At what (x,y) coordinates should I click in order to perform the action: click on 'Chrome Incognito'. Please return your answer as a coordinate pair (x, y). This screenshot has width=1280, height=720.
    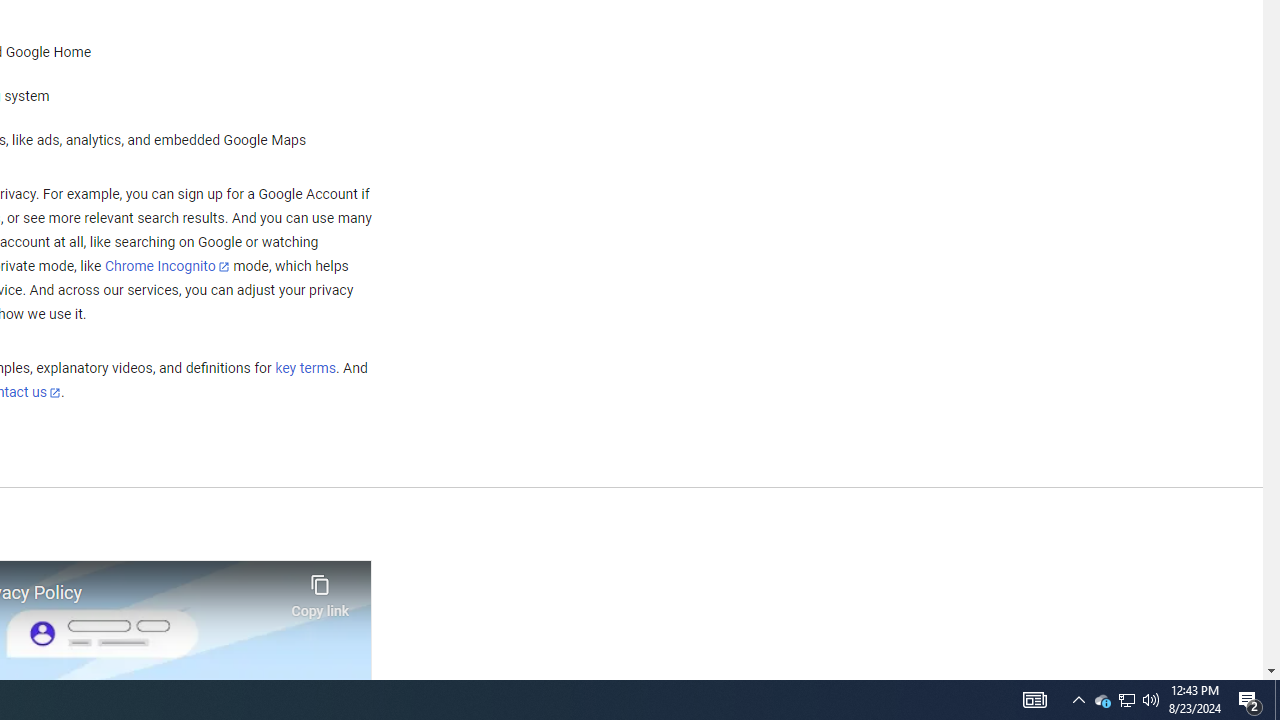
    Looking at the image, I should click on (167, 265).